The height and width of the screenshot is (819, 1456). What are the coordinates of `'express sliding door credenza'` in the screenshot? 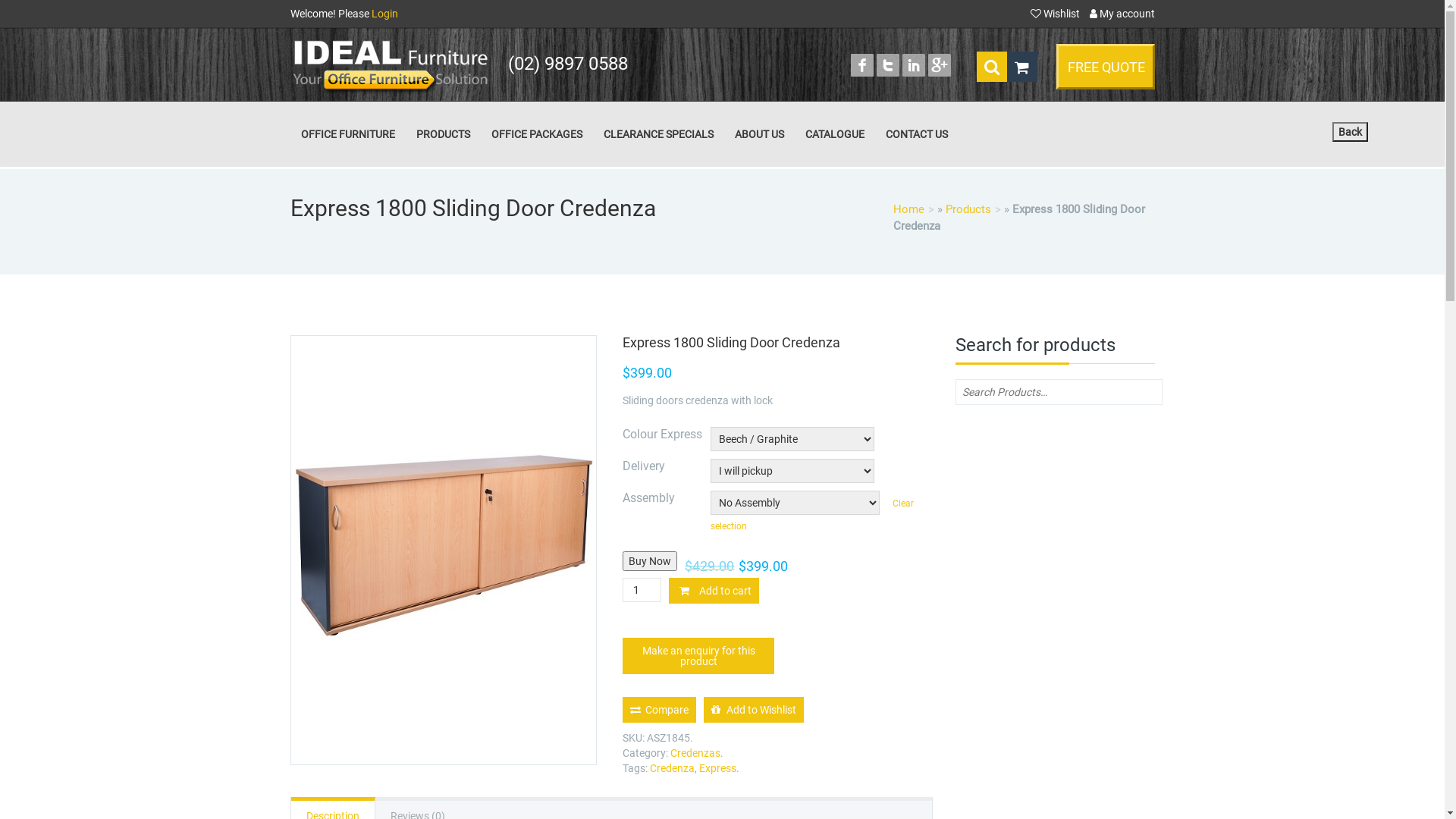 It's located at (442, 550).